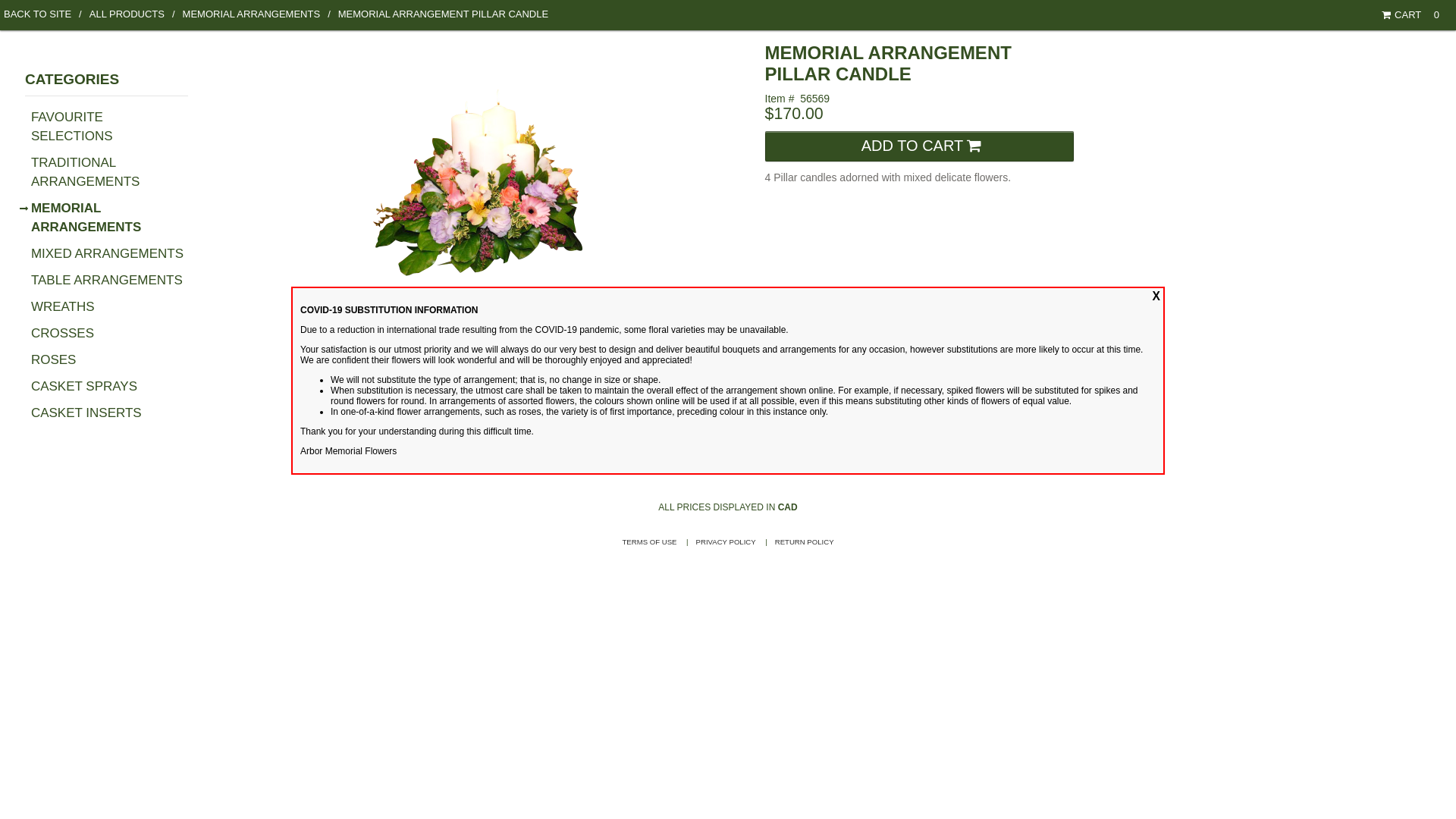 The height and width of the screenshot is (819, 1456). What do you see at coordinates (71, 125) in the screenshot?
I see `'FAVOURITE SELECTIONS'` at bounding box center [71, 125].